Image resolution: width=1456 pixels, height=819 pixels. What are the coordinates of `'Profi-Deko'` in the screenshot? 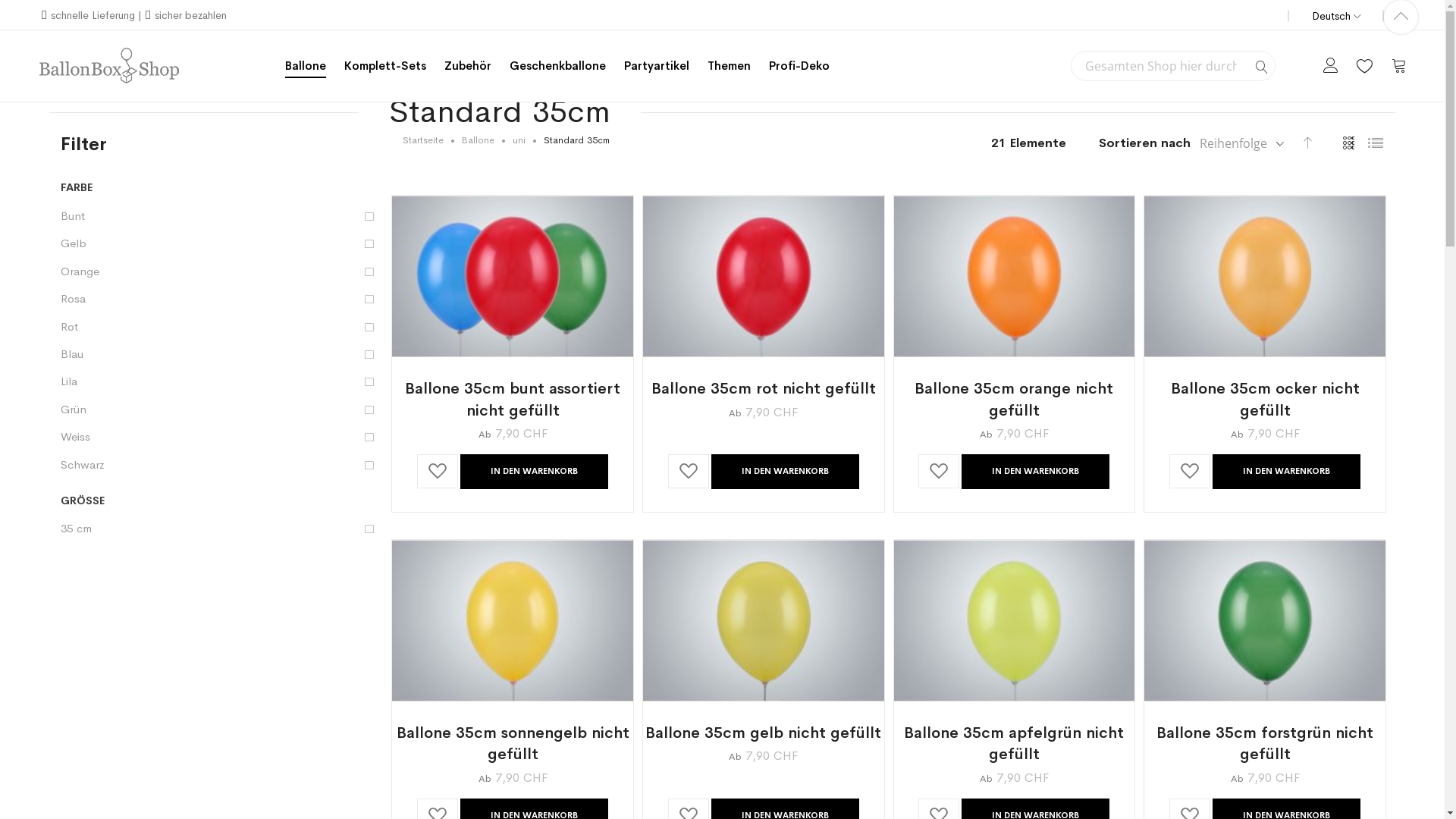 It's located at (768, 64).